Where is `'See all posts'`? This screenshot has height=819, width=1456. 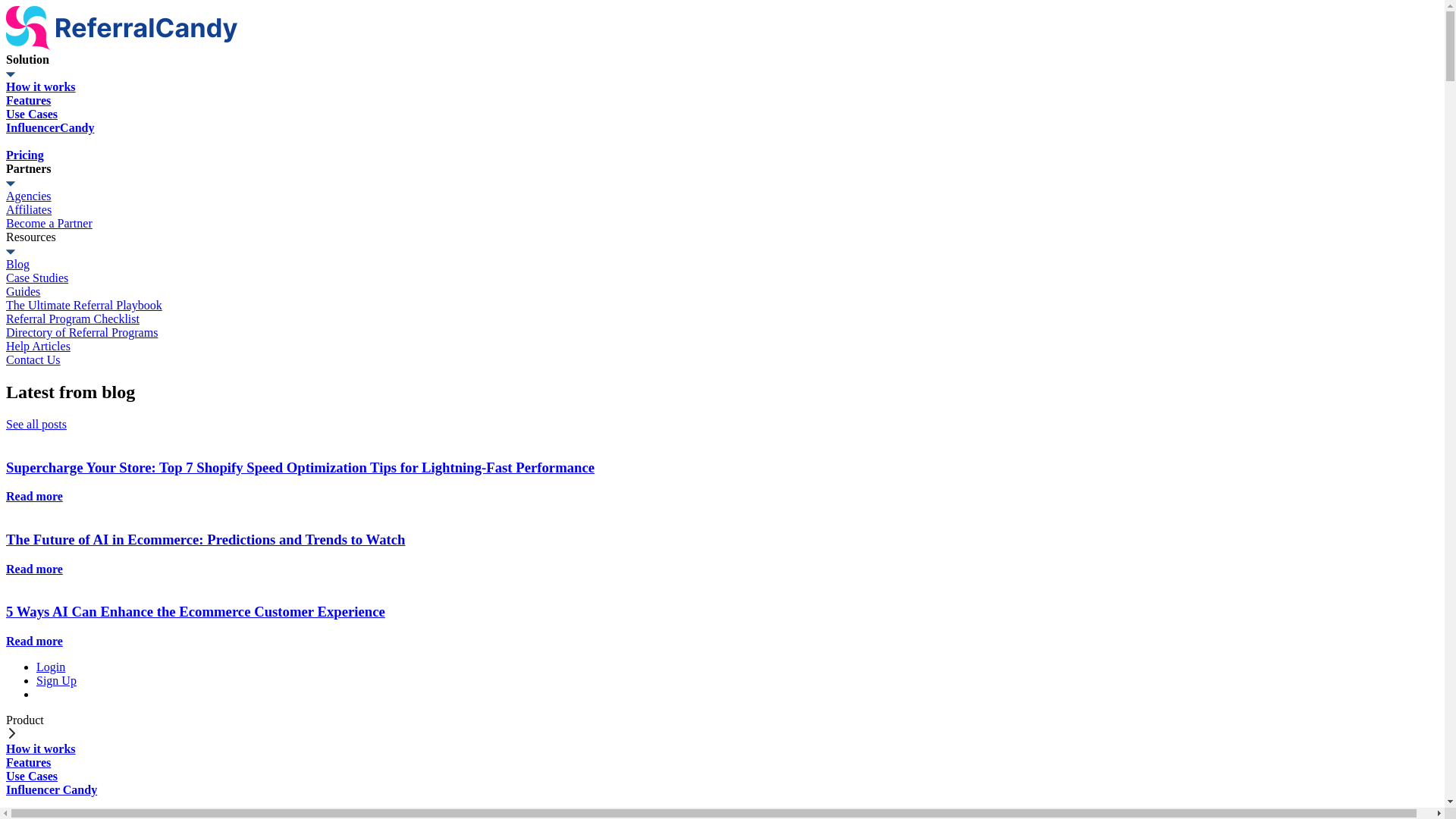
'See all posts' is located at coordinates (36, 424).